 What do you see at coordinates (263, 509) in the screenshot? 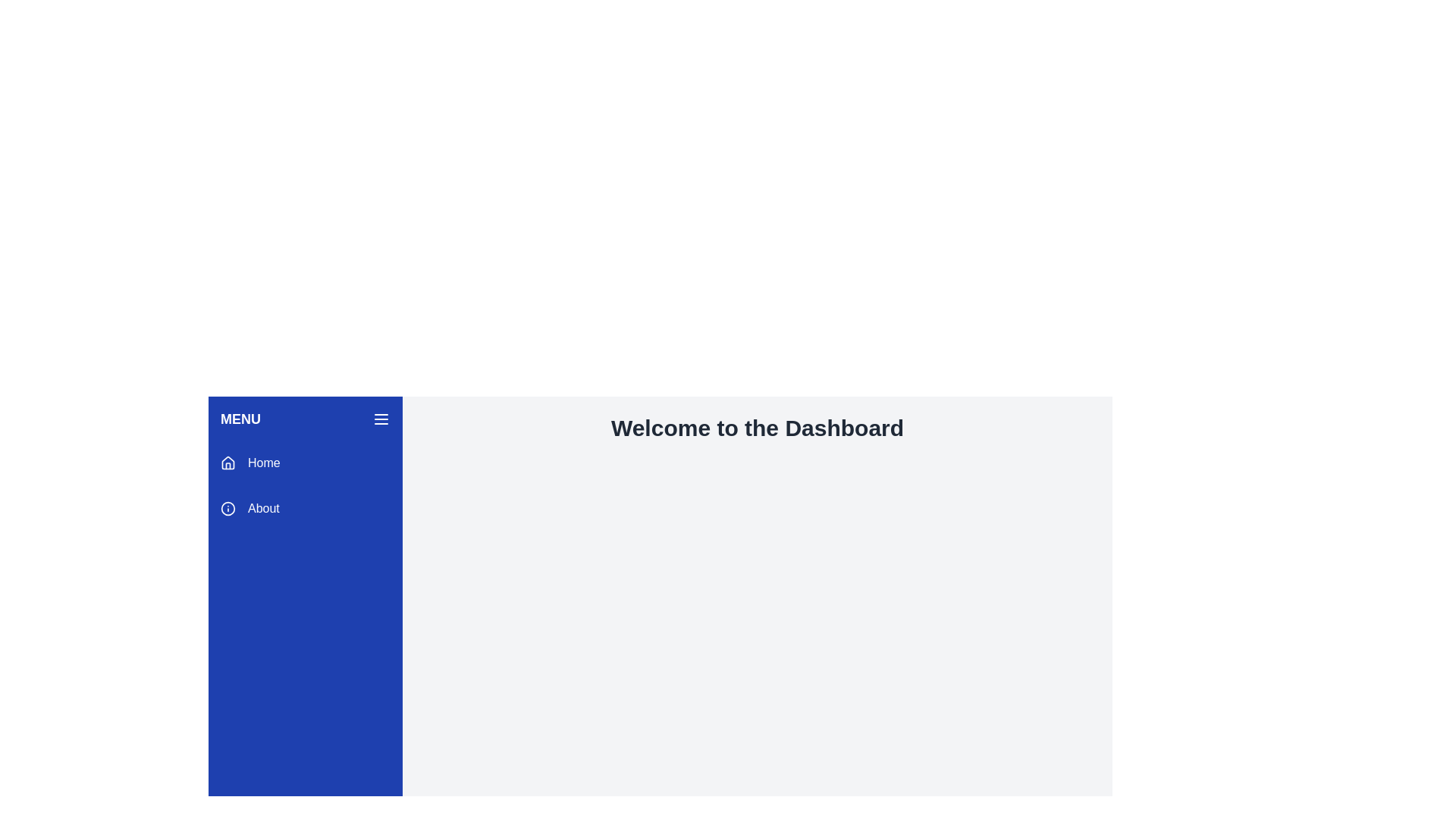
I see `the 'About' section text label located in the sidebar menu, which is positioned beneath the information icon` at bounding box center [263, 509].